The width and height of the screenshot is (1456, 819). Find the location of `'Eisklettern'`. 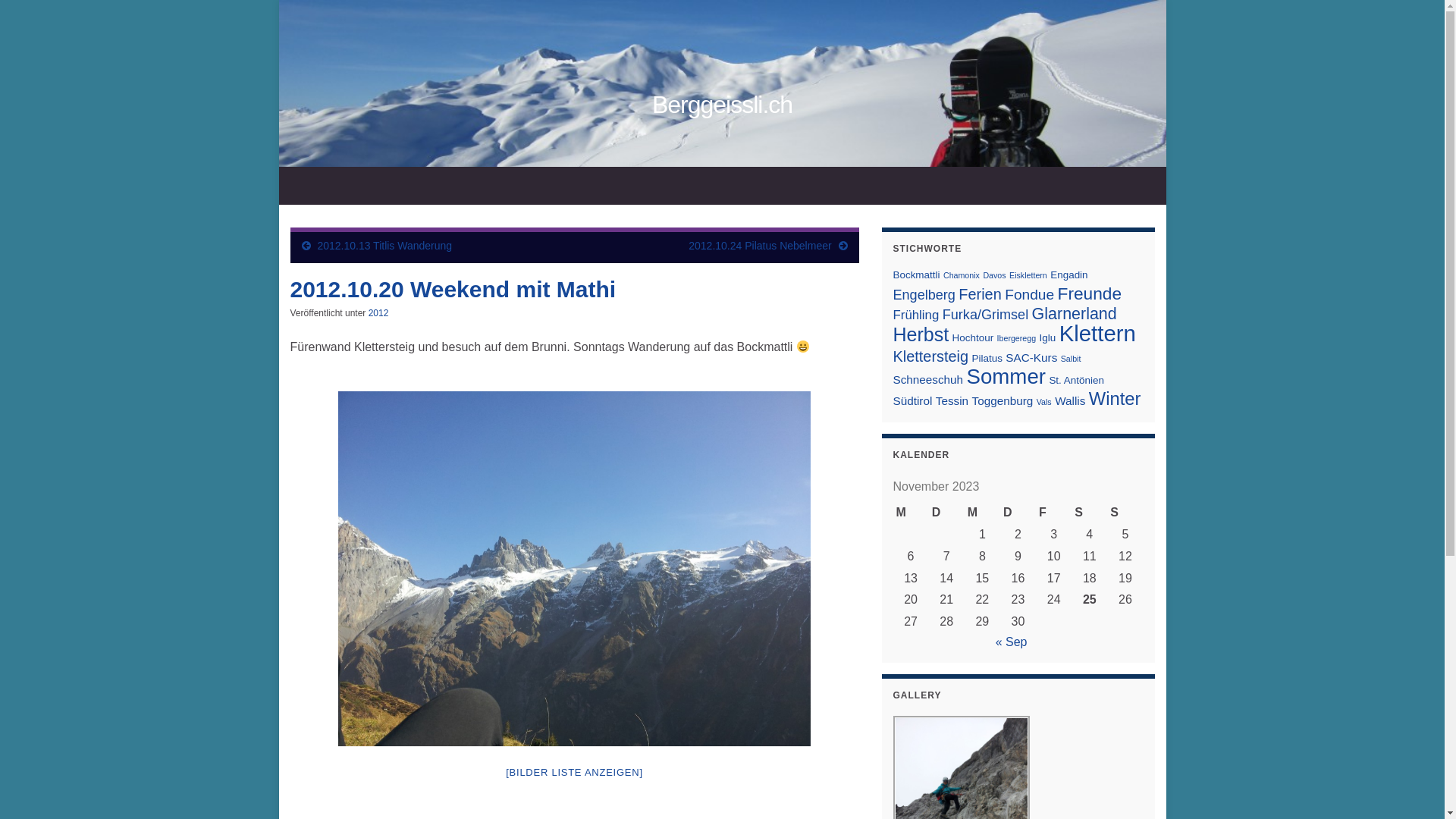

'Eisklettern' is located at coordinates (1028, 275).